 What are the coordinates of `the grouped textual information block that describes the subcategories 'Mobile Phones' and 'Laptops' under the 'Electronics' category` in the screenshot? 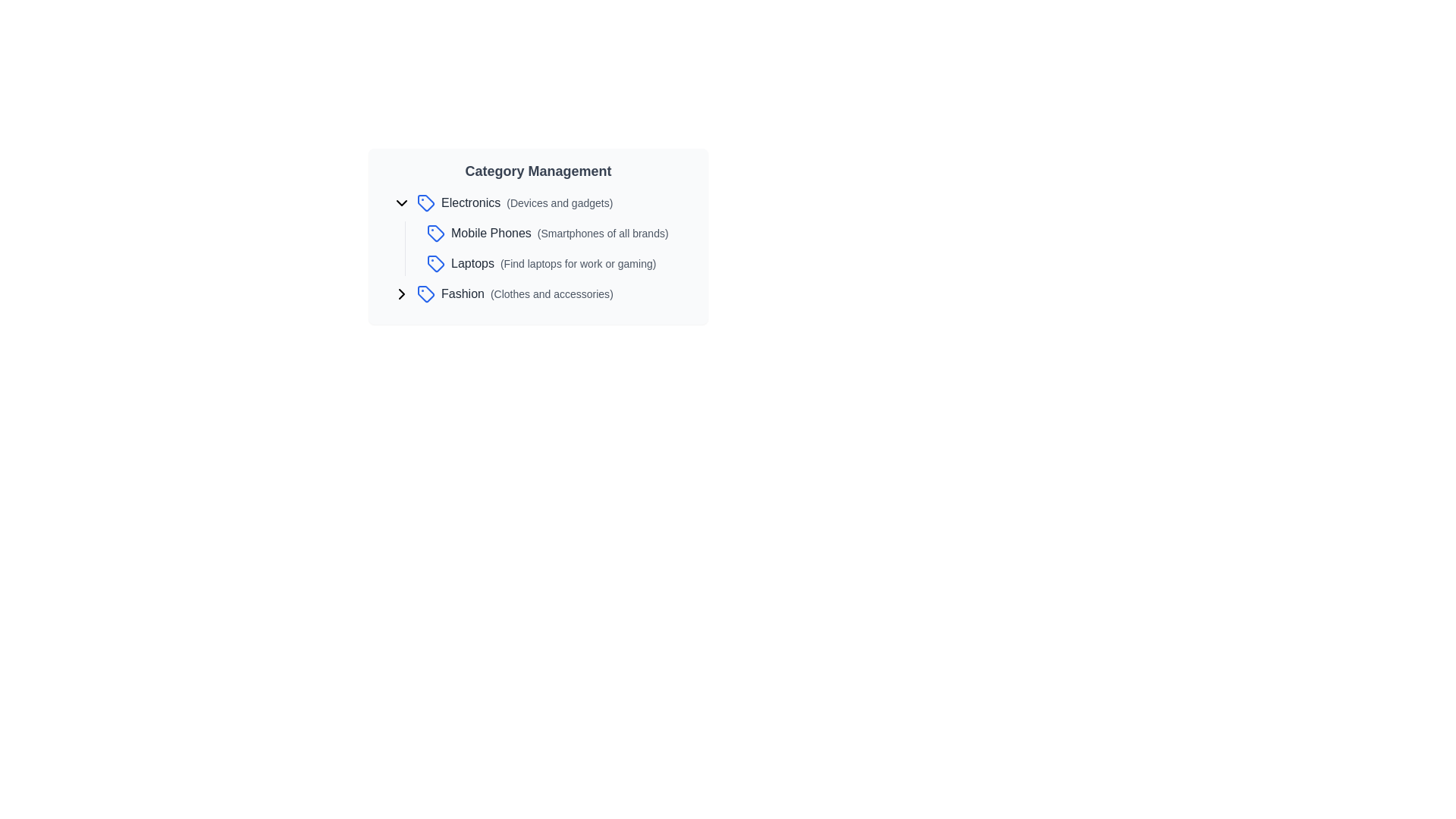 It's located at (560, 247).